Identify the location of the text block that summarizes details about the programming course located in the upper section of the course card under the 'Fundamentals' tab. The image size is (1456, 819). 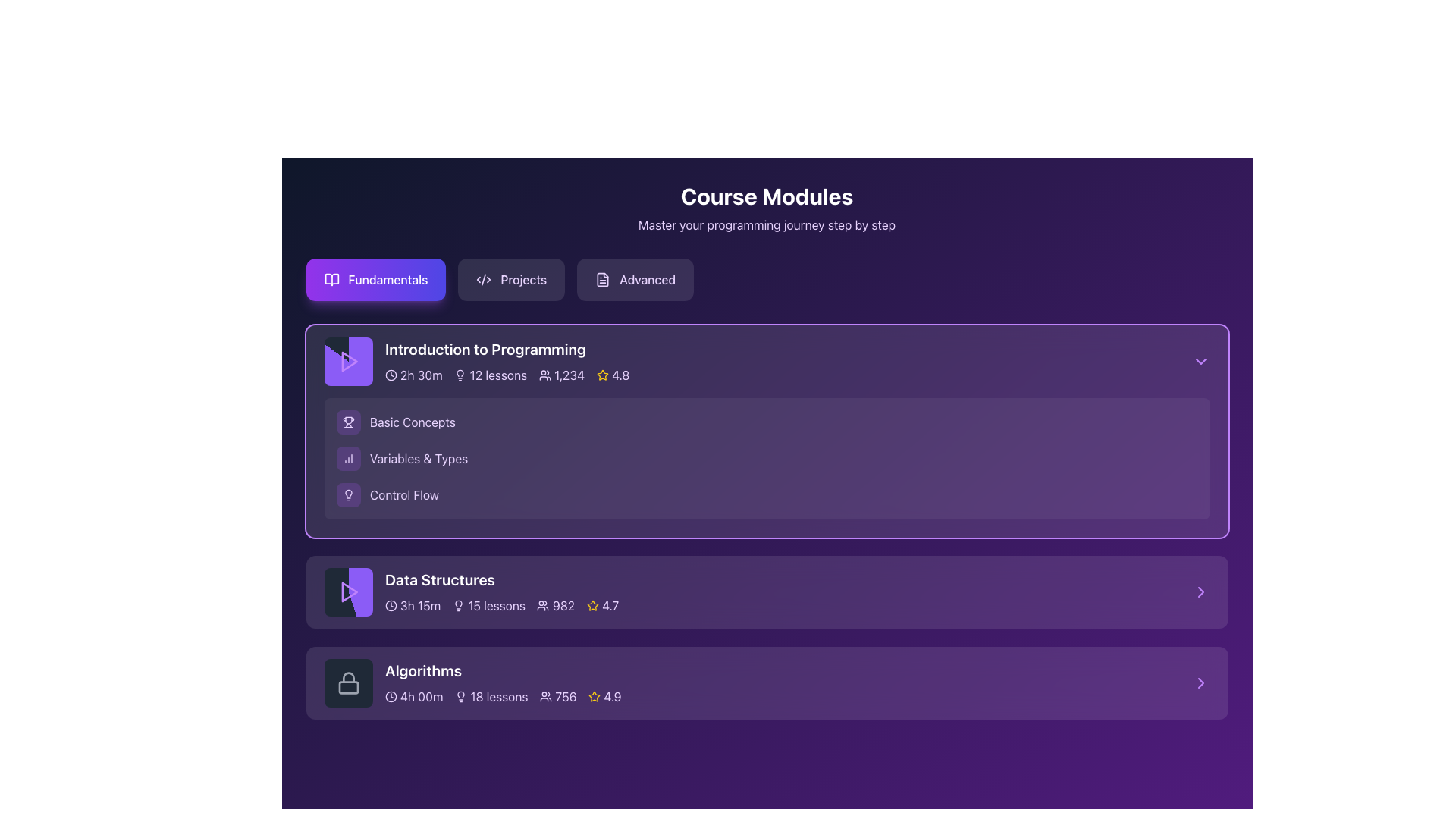
(507, 362).